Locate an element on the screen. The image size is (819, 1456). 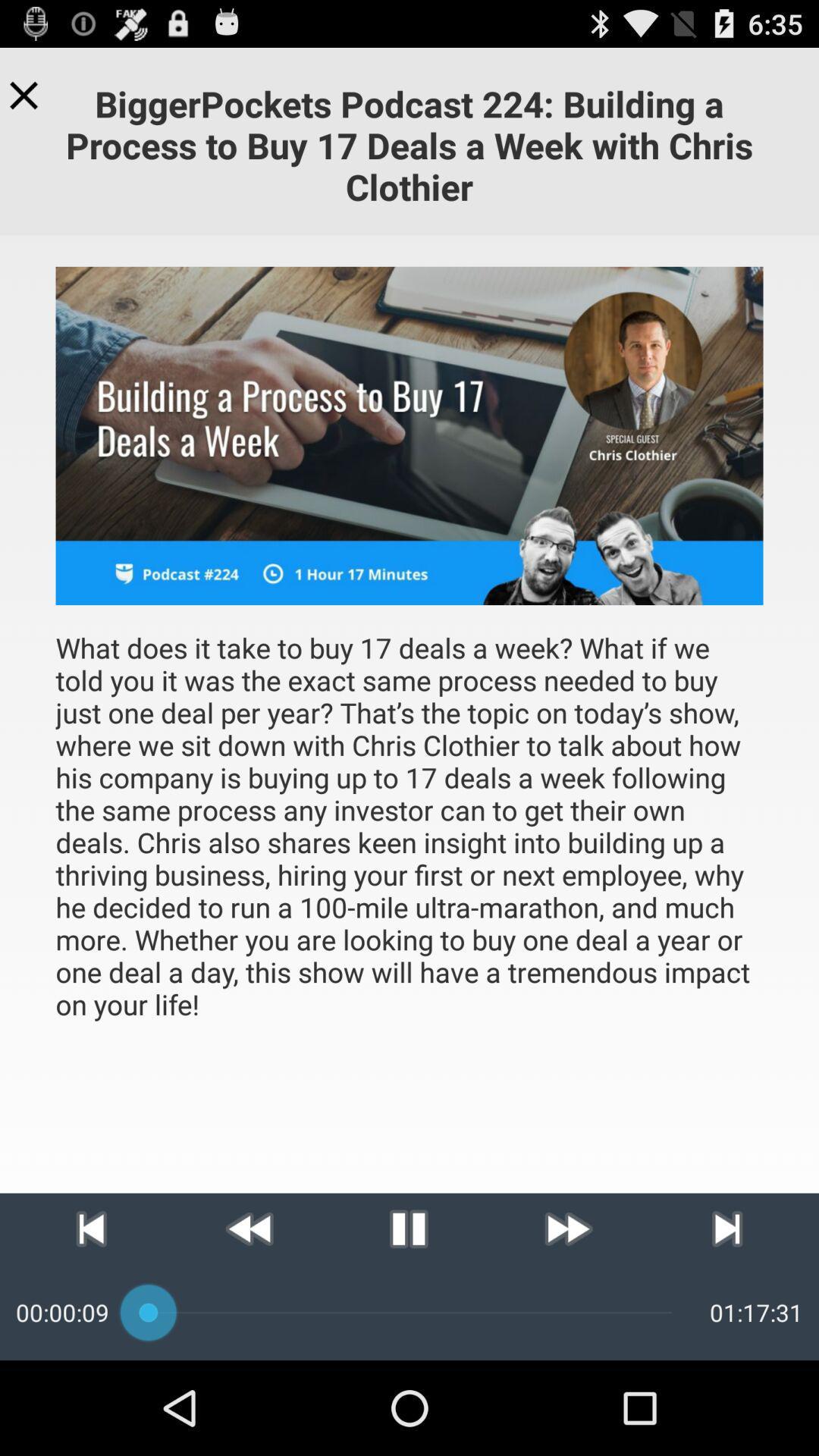
the pause icon is located at coordinates (408, 1314).